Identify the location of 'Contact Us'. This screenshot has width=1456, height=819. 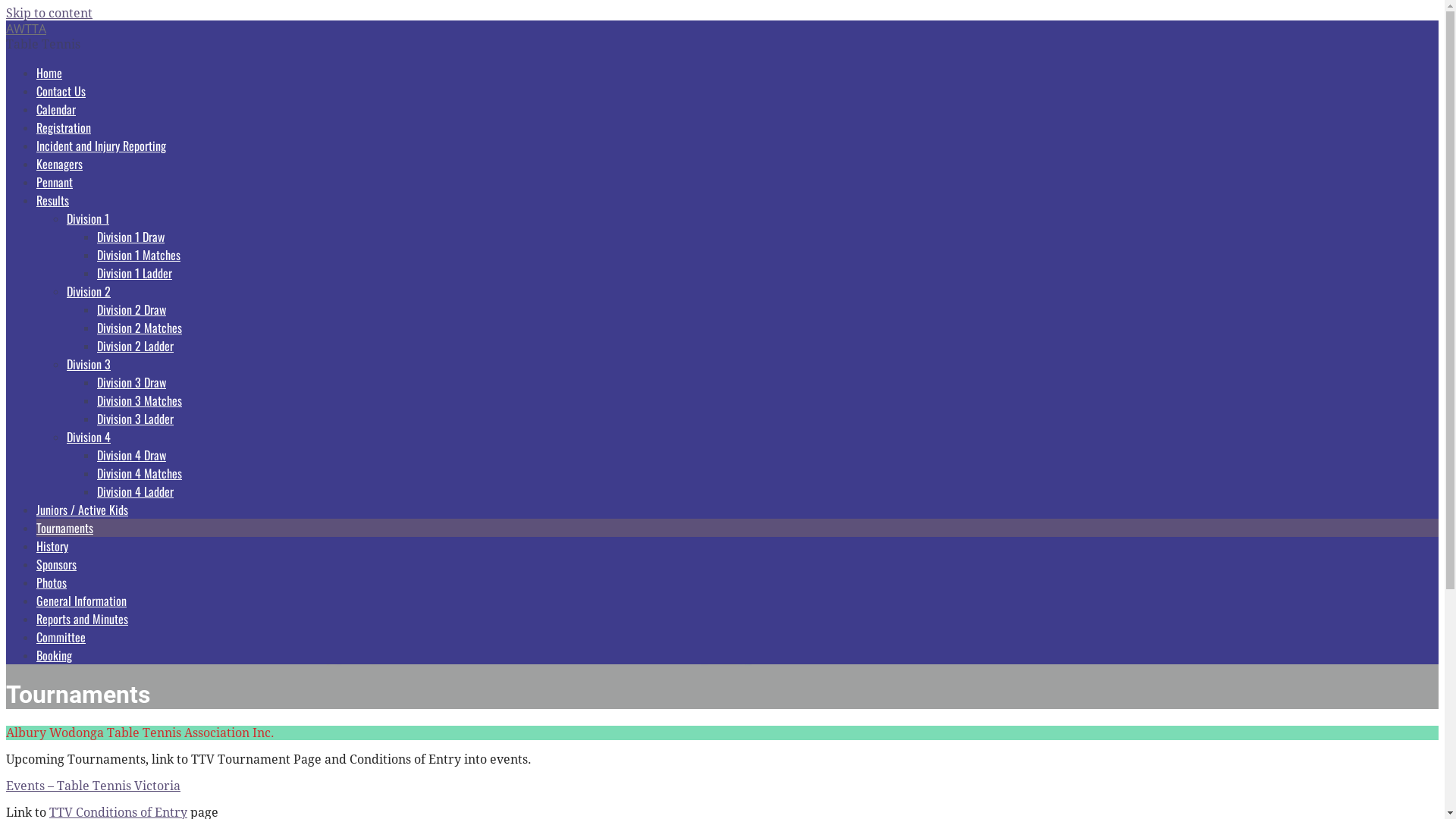
(61, 90).